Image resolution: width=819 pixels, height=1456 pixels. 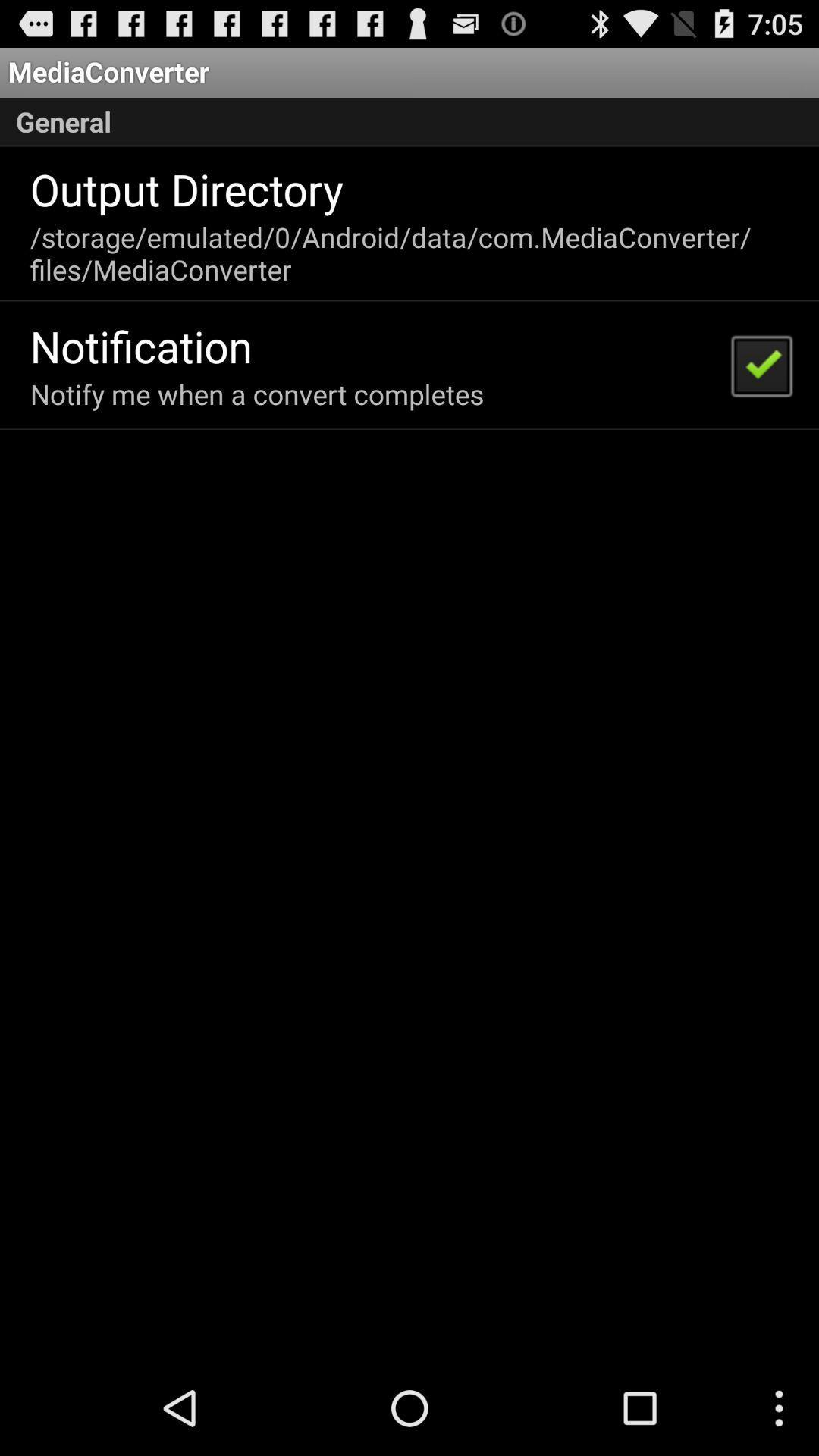 I want to click on the notification item, so click(x=141, y=345).